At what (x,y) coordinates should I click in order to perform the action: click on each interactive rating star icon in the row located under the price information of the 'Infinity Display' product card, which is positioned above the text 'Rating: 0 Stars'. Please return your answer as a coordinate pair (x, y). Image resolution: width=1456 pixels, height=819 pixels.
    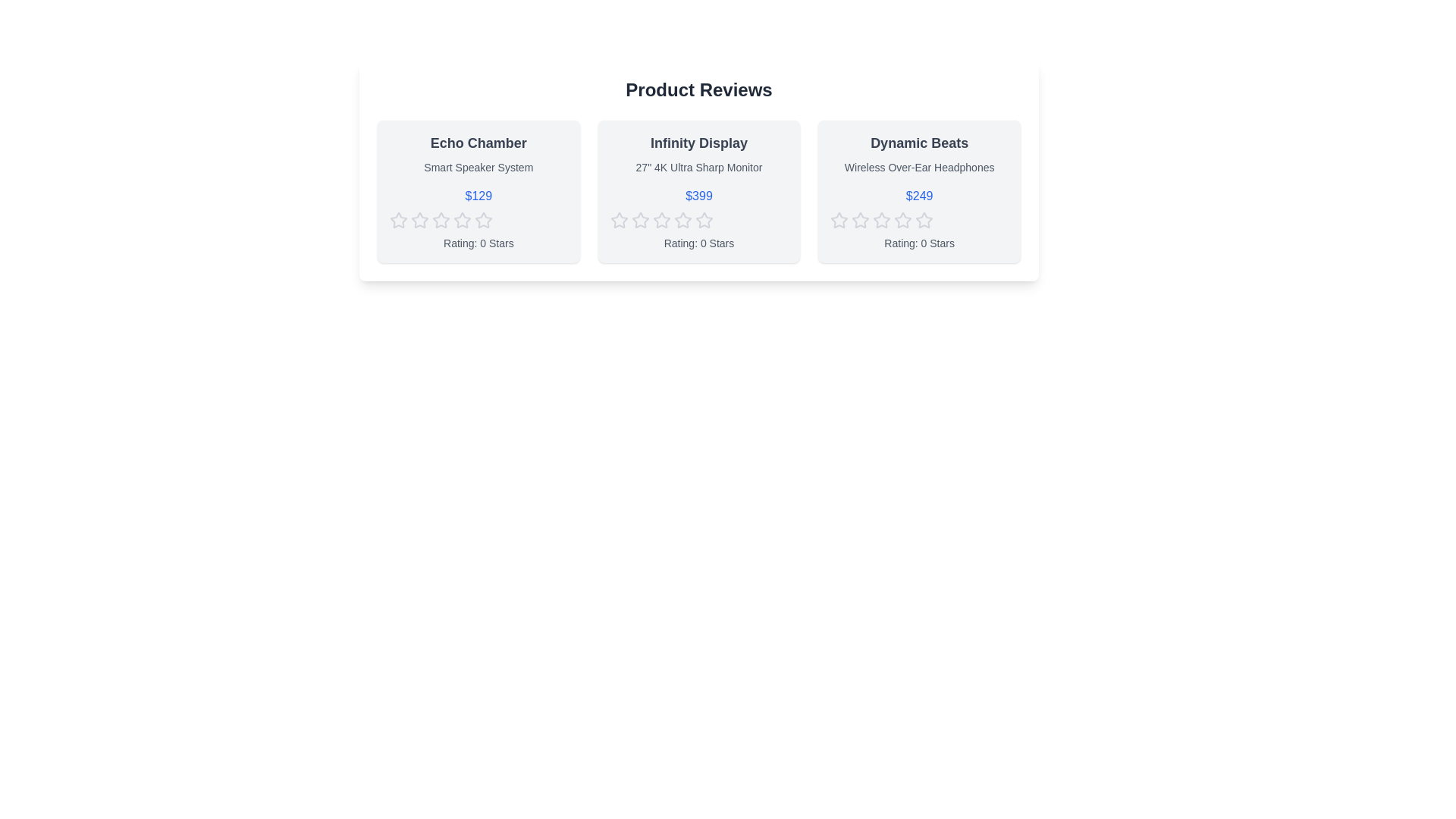
    Looking at the image, I should click on (698, 220).